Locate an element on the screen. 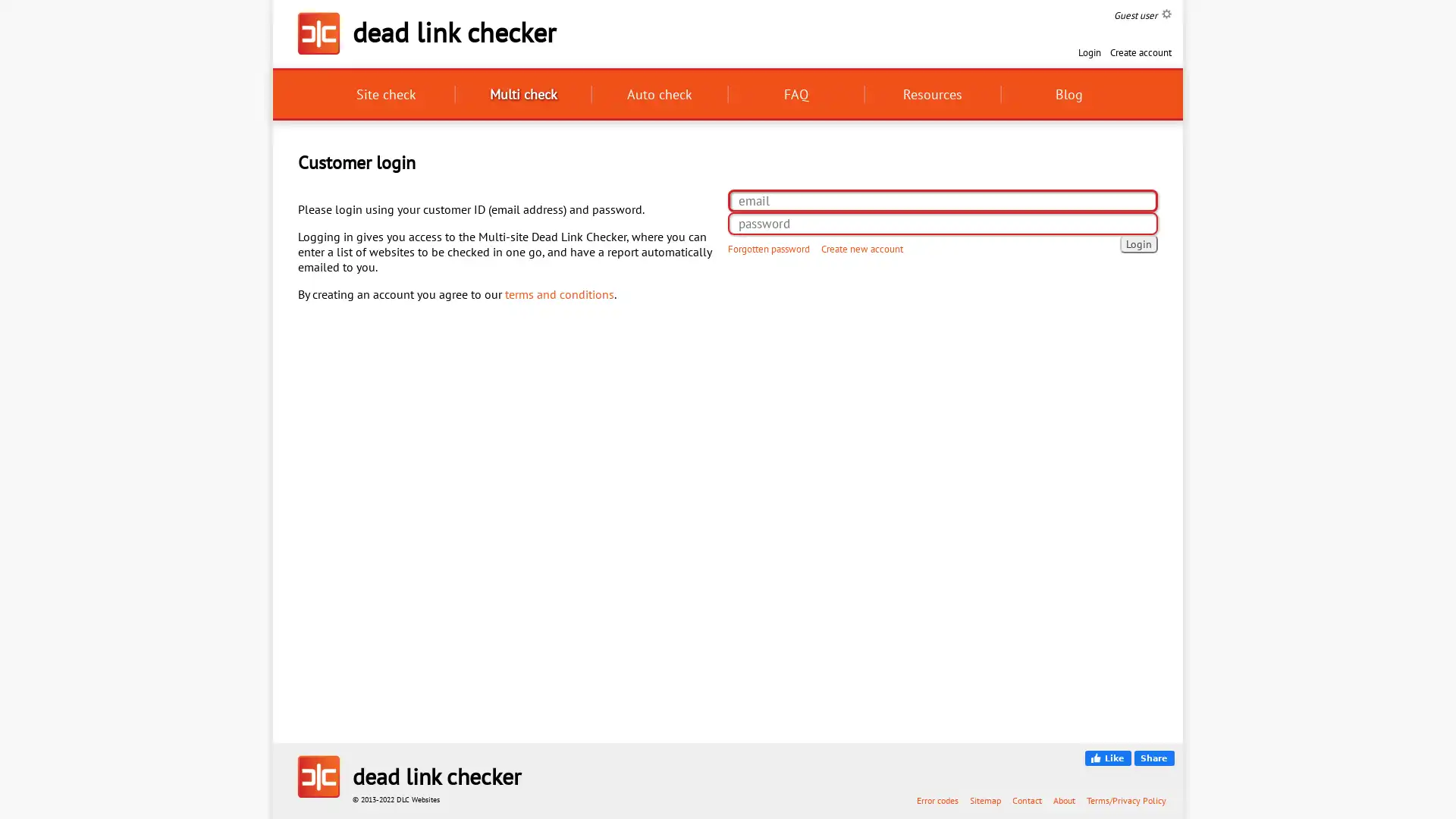 The height and width of the screenshot is (819, 1456). Login is located at coordinates (1139, 243).